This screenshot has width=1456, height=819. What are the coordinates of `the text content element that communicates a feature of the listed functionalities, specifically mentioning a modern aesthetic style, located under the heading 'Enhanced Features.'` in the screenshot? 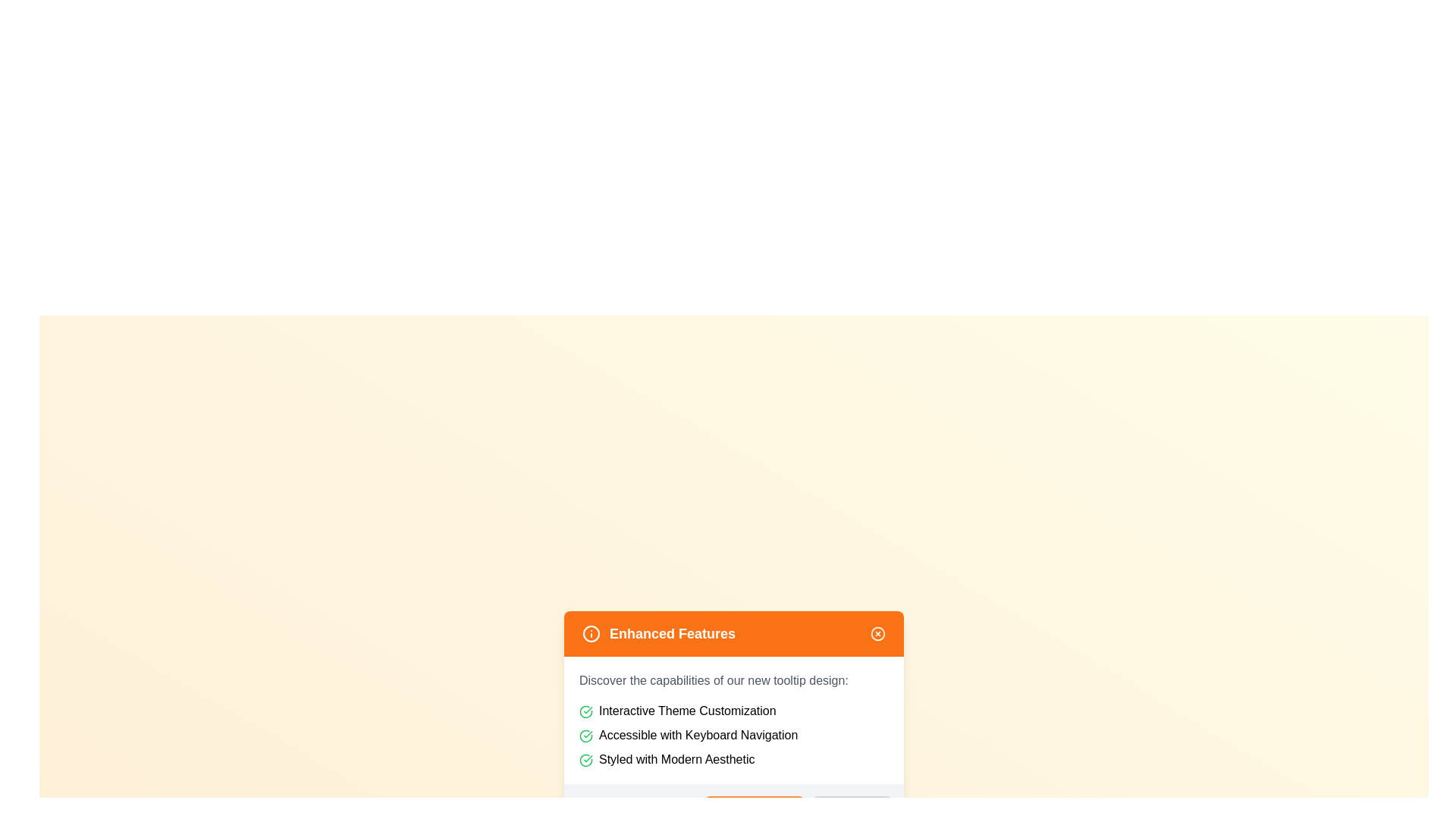 It's located at (734, 760).